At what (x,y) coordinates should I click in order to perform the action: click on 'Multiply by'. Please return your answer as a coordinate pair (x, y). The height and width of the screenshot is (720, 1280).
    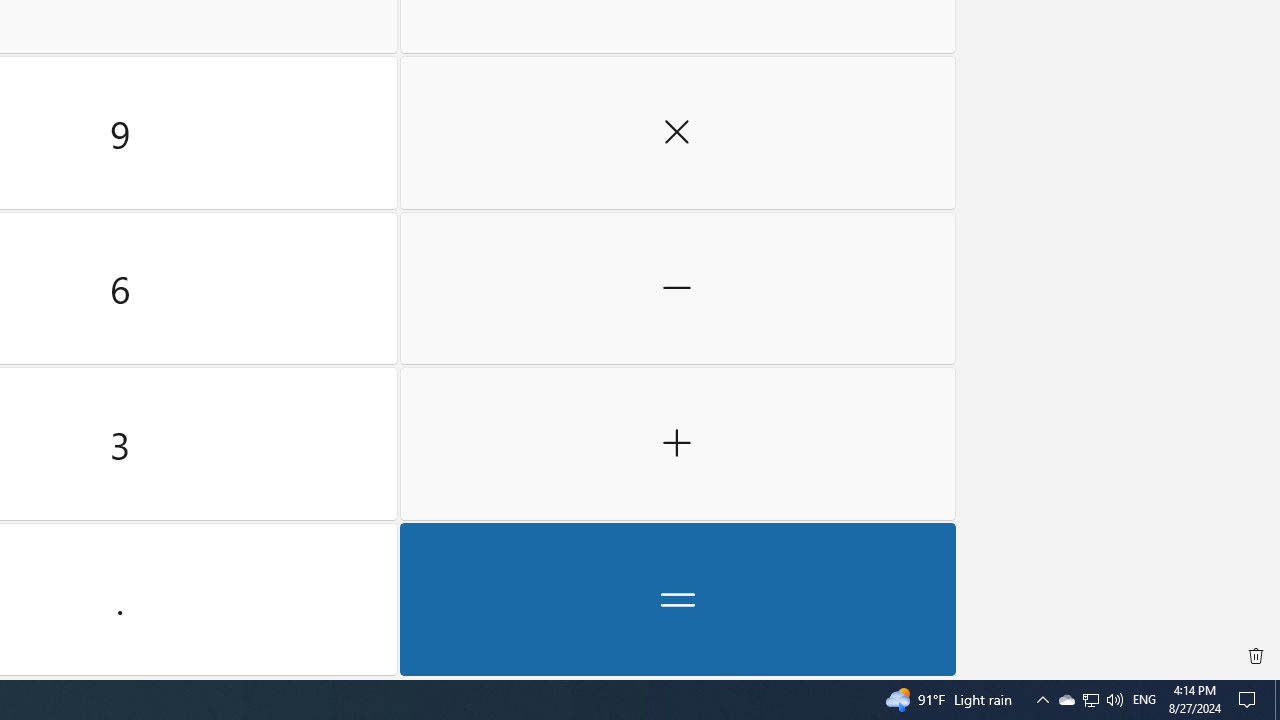
    Looking at the image, I should click on (677, 133).